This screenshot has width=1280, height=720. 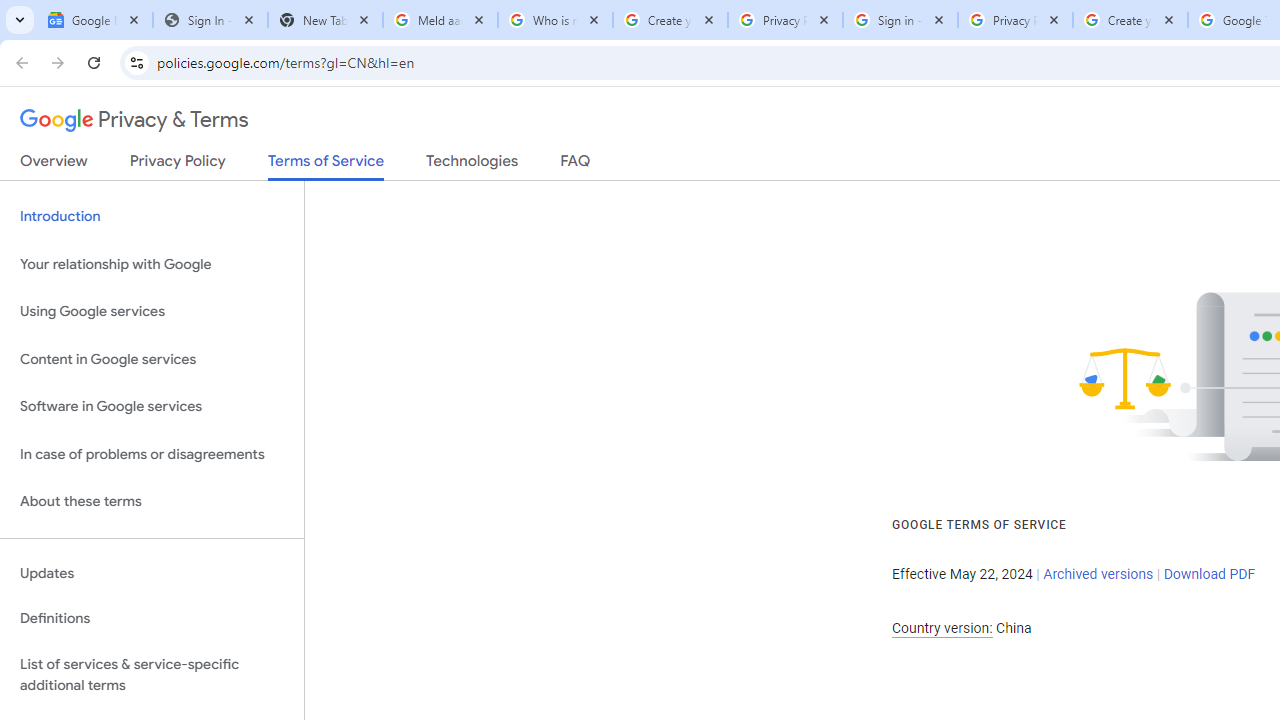 I want to click on 'Sign in - Google Accounts', so click(x=899, y=20).